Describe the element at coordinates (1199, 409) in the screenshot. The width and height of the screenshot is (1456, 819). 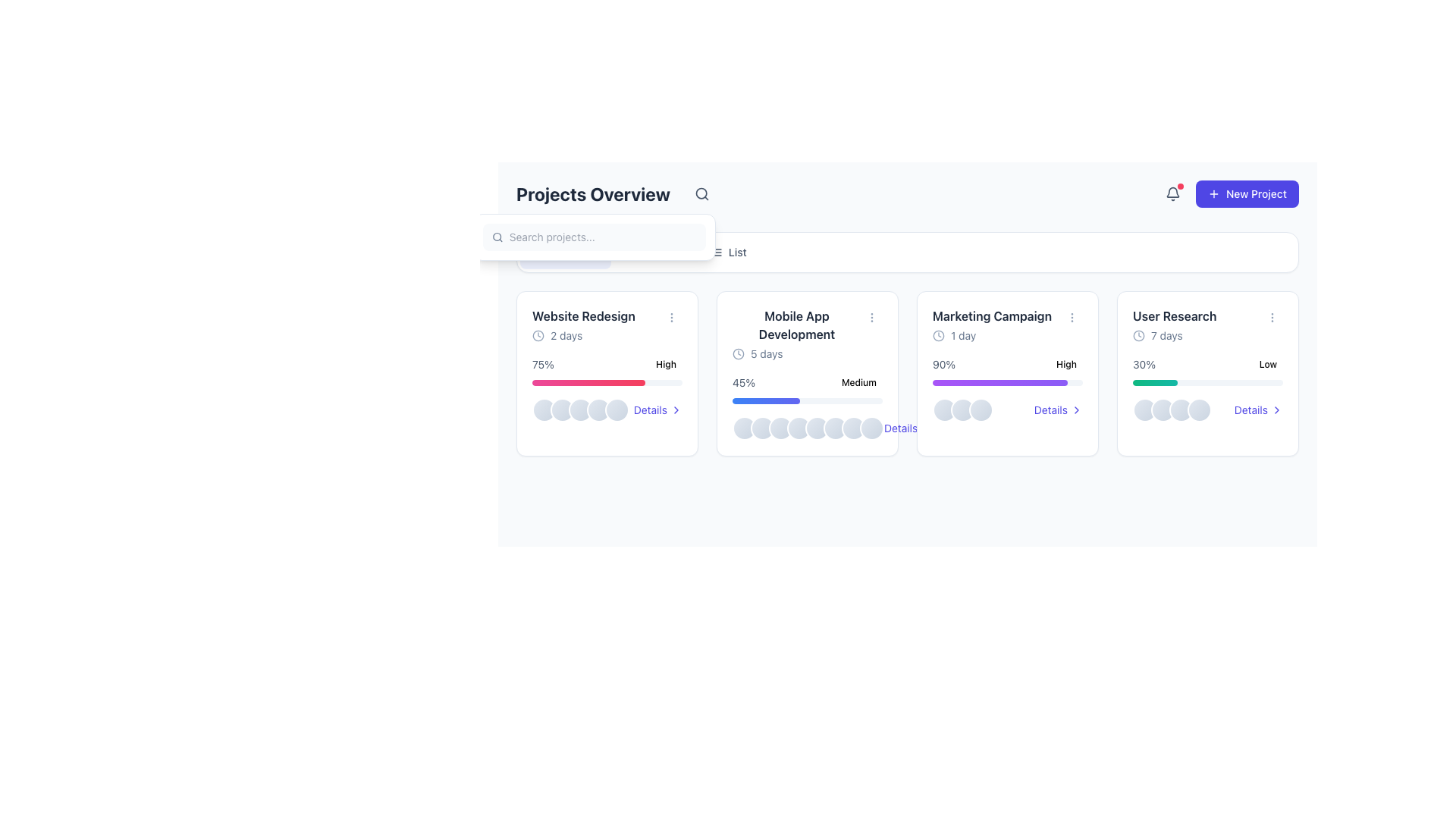
I see `the appearance of the fourth circle in the group of avatars at the bottom of the 'User Research' card` at that location.